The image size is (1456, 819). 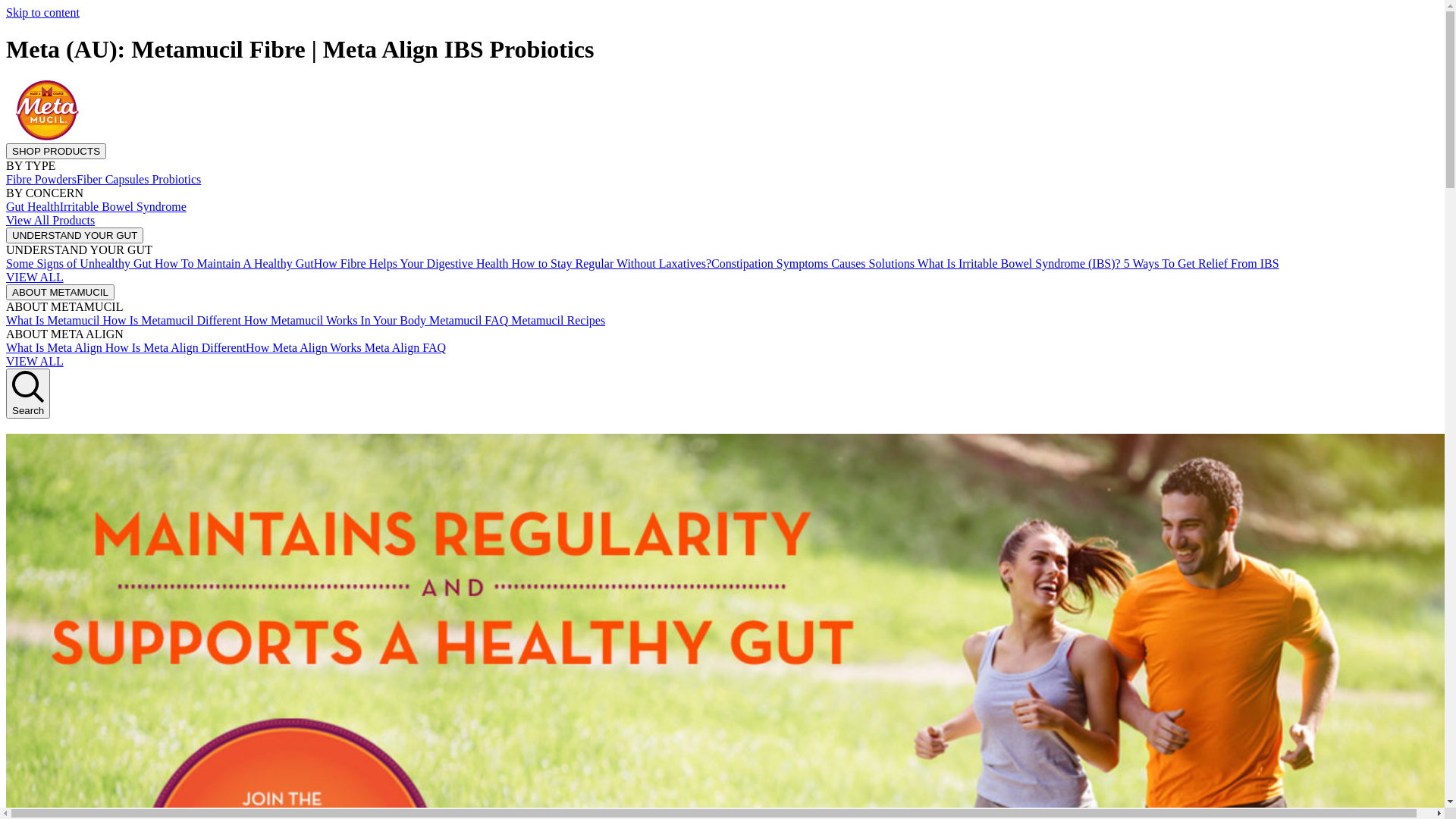 What do you see at coordinates (74, 234) in the screenshot?
I see `'UNDERSTAND YOUR GUT'` at bounding box center [74, 234].